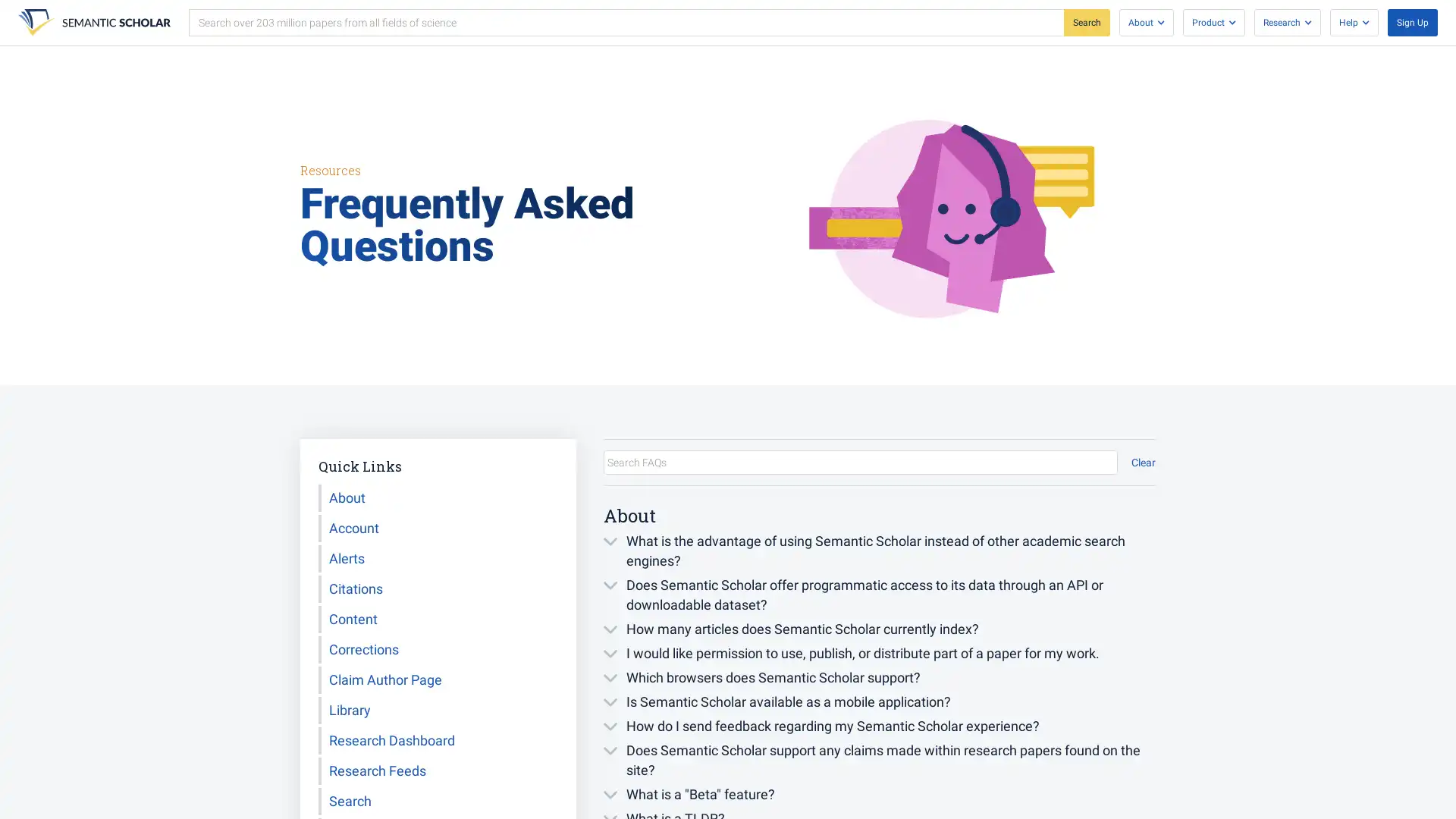  Describe the element at coordinates (1086, 23) in the screenshot. I see `Search` at that location.